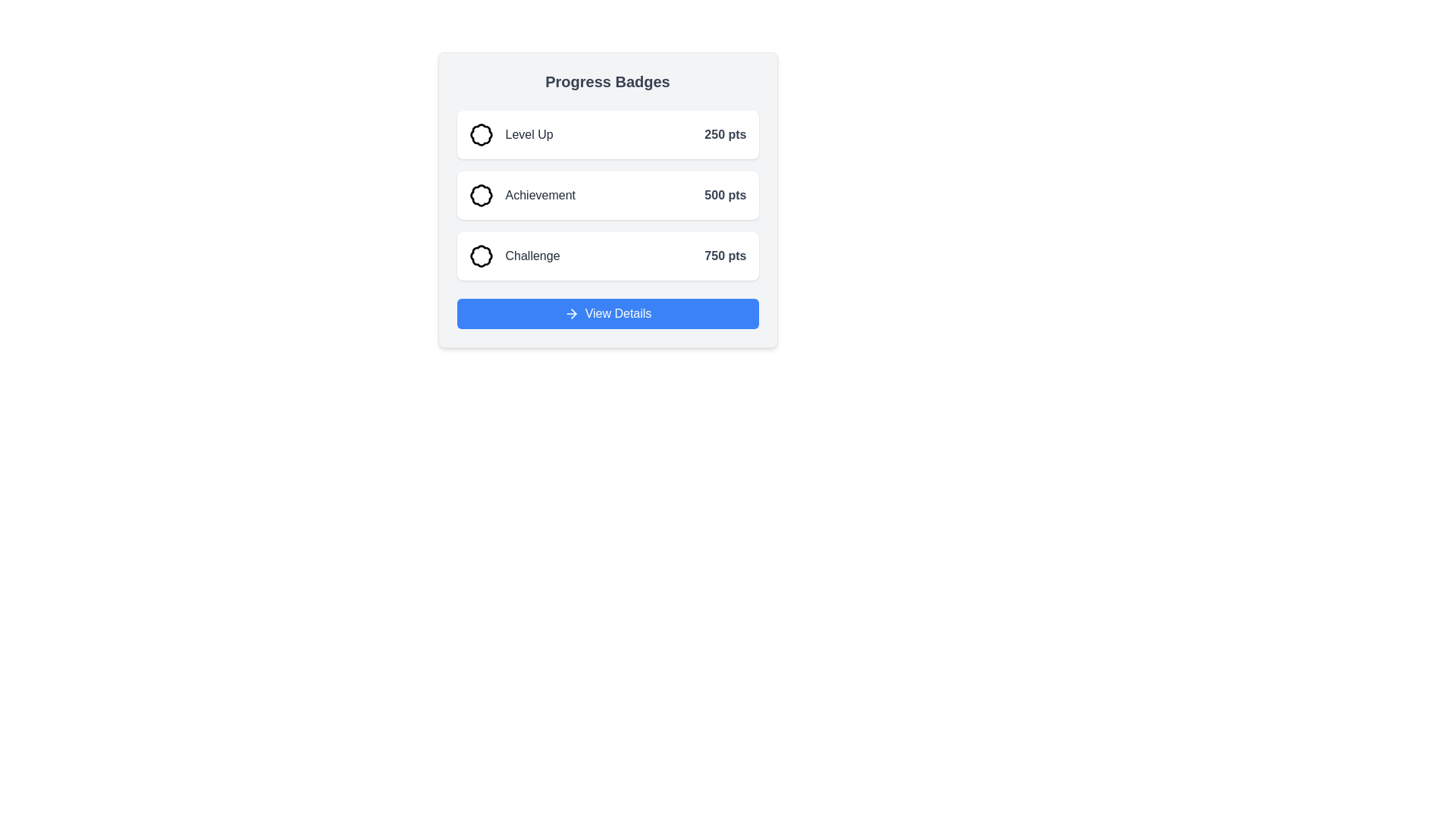 The width and height of the screenshot is (1456, 819). I want to click on the 'Level Up' badge icon, so click(480, 133).